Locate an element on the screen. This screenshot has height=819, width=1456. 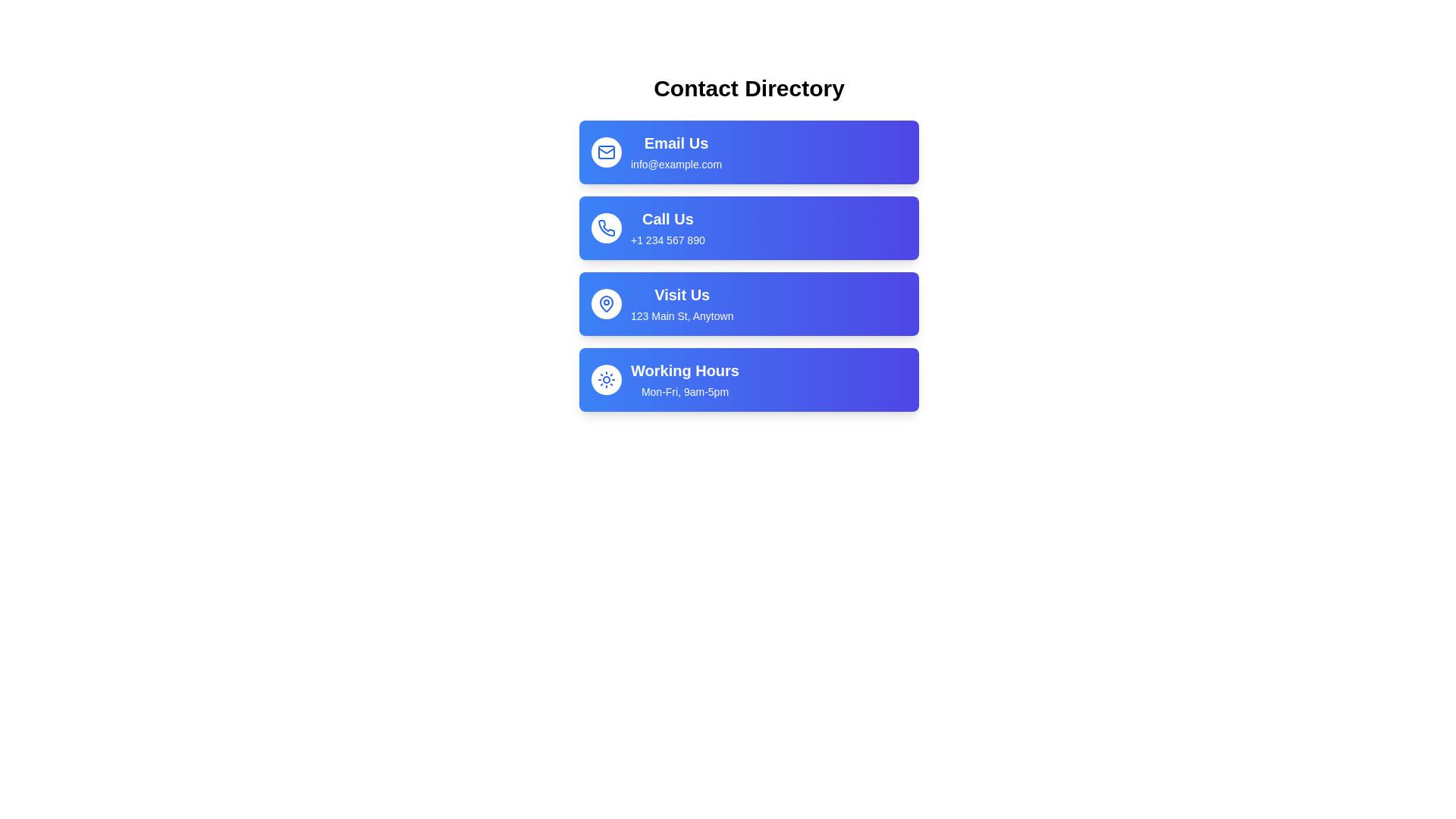
the circular icon with a white background and blue border that contains a blue envelope, located in the 'Email Us' section of the 'Contact Directory' is located at coordinates (607, 152).